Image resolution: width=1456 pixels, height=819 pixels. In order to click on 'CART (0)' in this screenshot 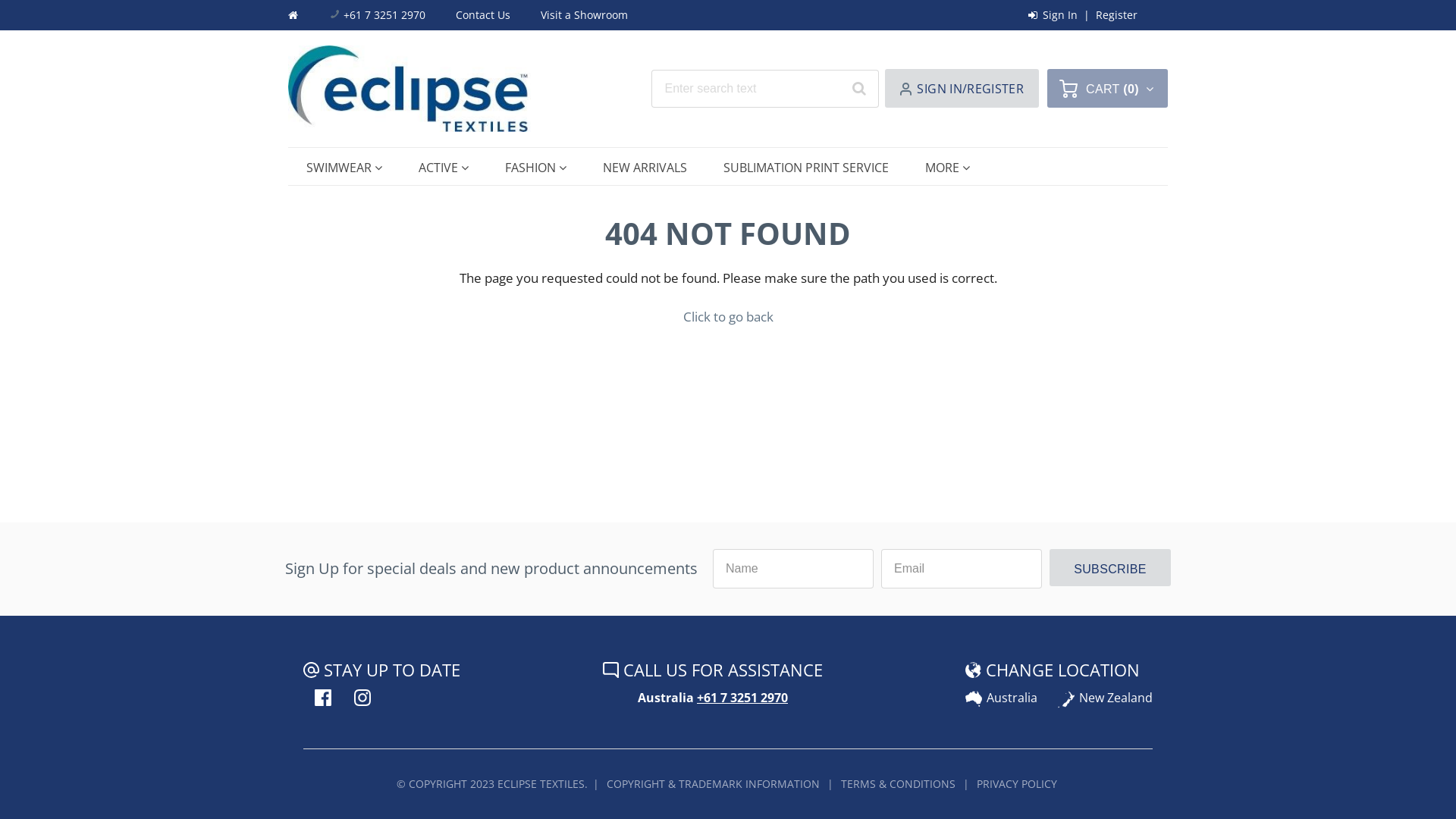, I will do `click(1107, 88)`.